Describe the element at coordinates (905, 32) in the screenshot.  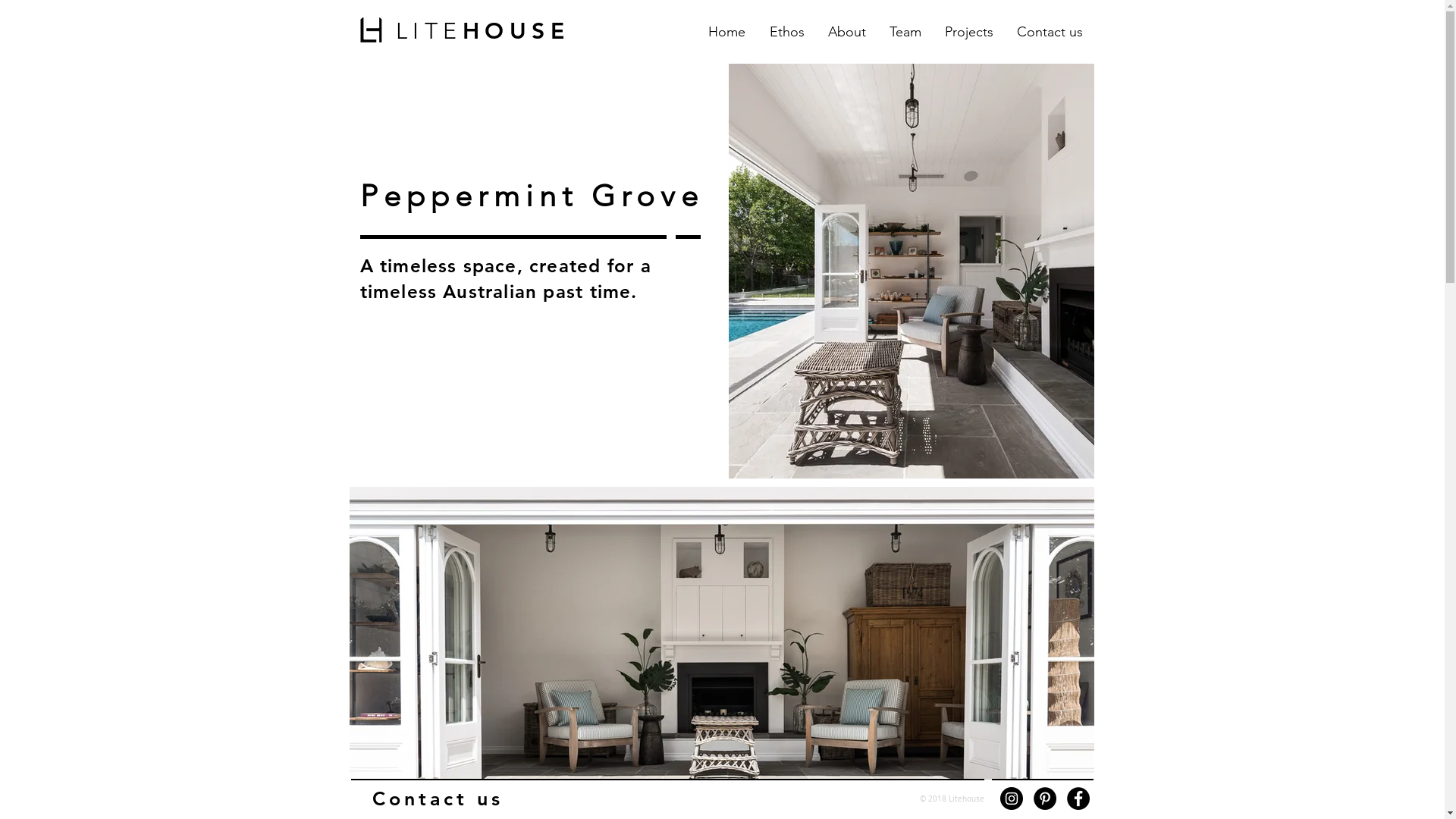
I see `'Team'` at that location.